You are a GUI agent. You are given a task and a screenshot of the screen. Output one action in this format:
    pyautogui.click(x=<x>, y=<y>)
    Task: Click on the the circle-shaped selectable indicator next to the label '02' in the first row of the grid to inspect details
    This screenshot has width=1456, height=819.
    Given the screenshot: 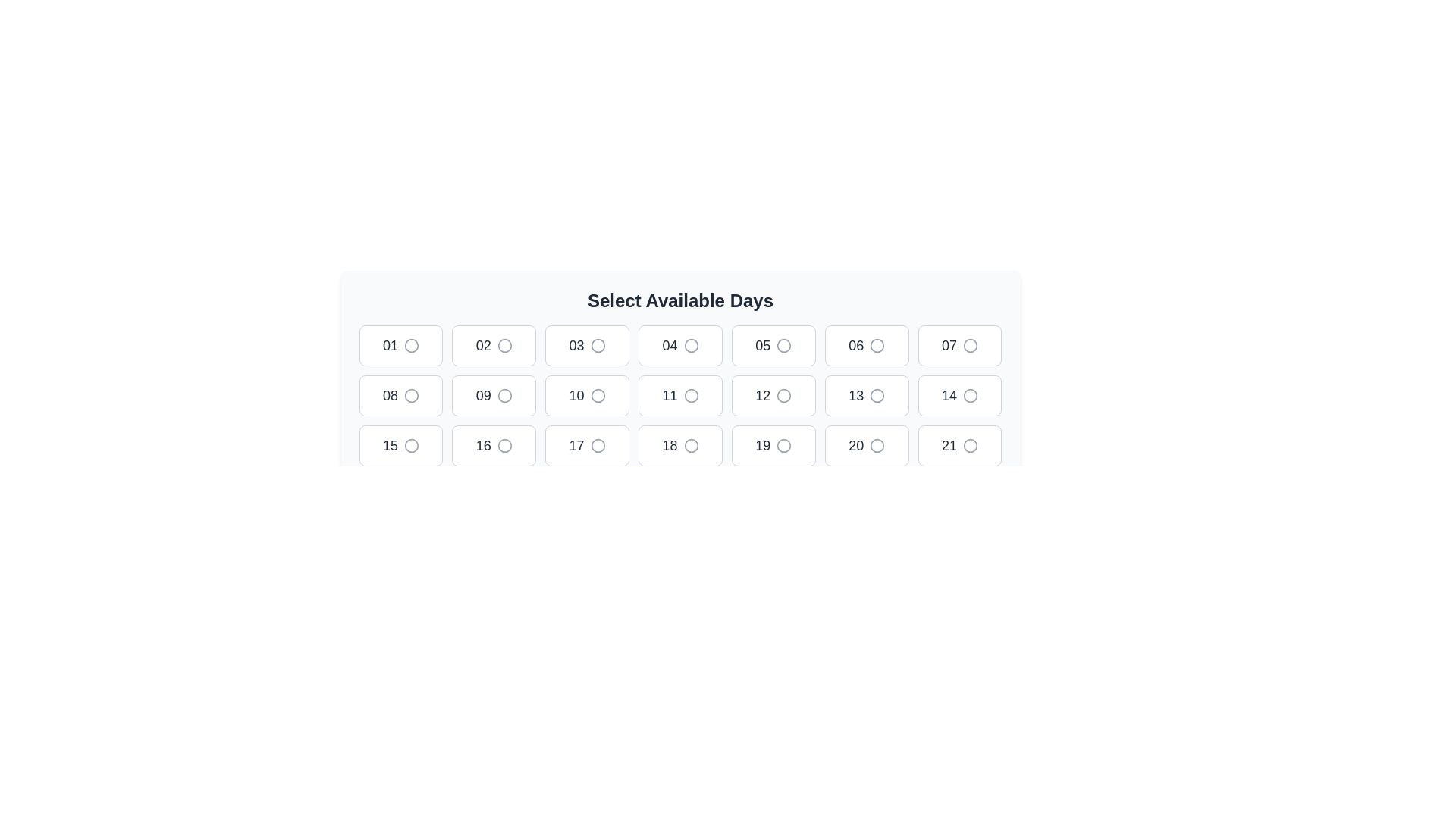 What is the action you would take?
    pyautogui.click(x=504, y=345)
    